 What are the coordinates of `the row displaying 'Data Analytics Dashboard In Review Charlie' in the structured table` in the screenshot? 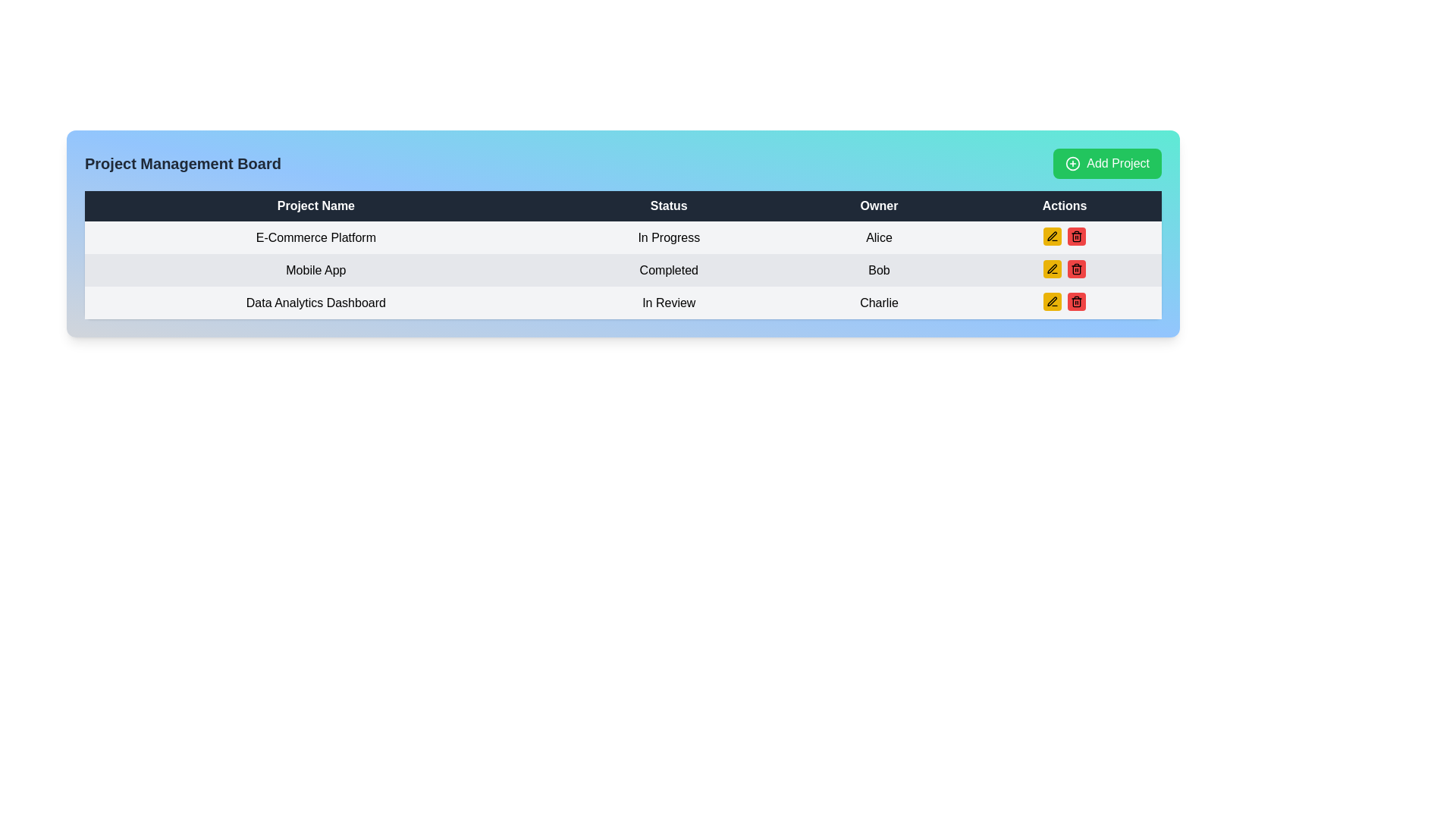 It's located at (623, 302).